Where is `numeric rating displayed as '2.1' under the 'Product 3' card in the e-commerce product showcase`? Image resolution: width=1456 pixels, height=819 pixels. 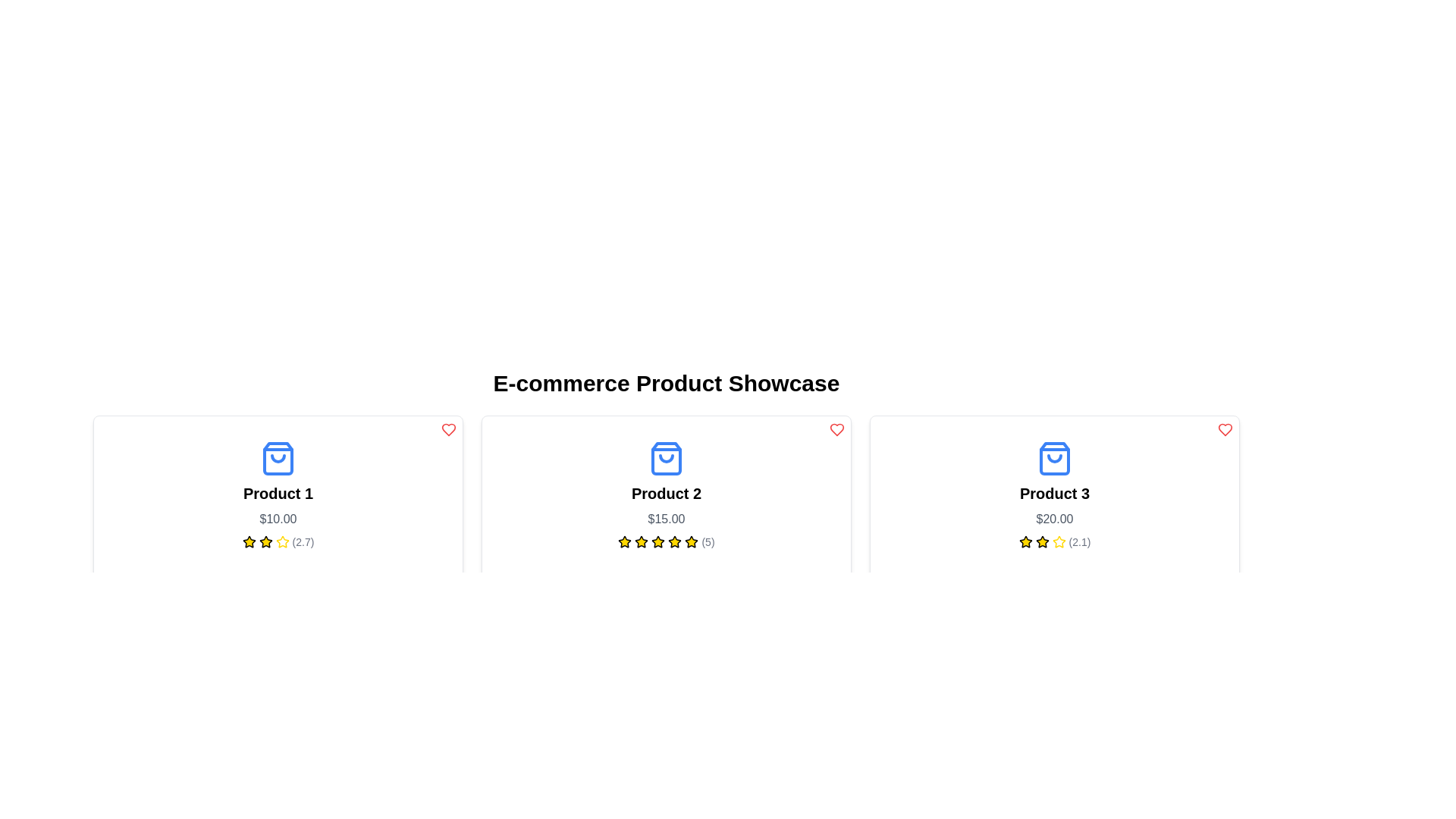 numeric rating displayed as '2.1' under the 'Product 3' card in the e-commerce product showcase is located at coordinates (1079, 541).